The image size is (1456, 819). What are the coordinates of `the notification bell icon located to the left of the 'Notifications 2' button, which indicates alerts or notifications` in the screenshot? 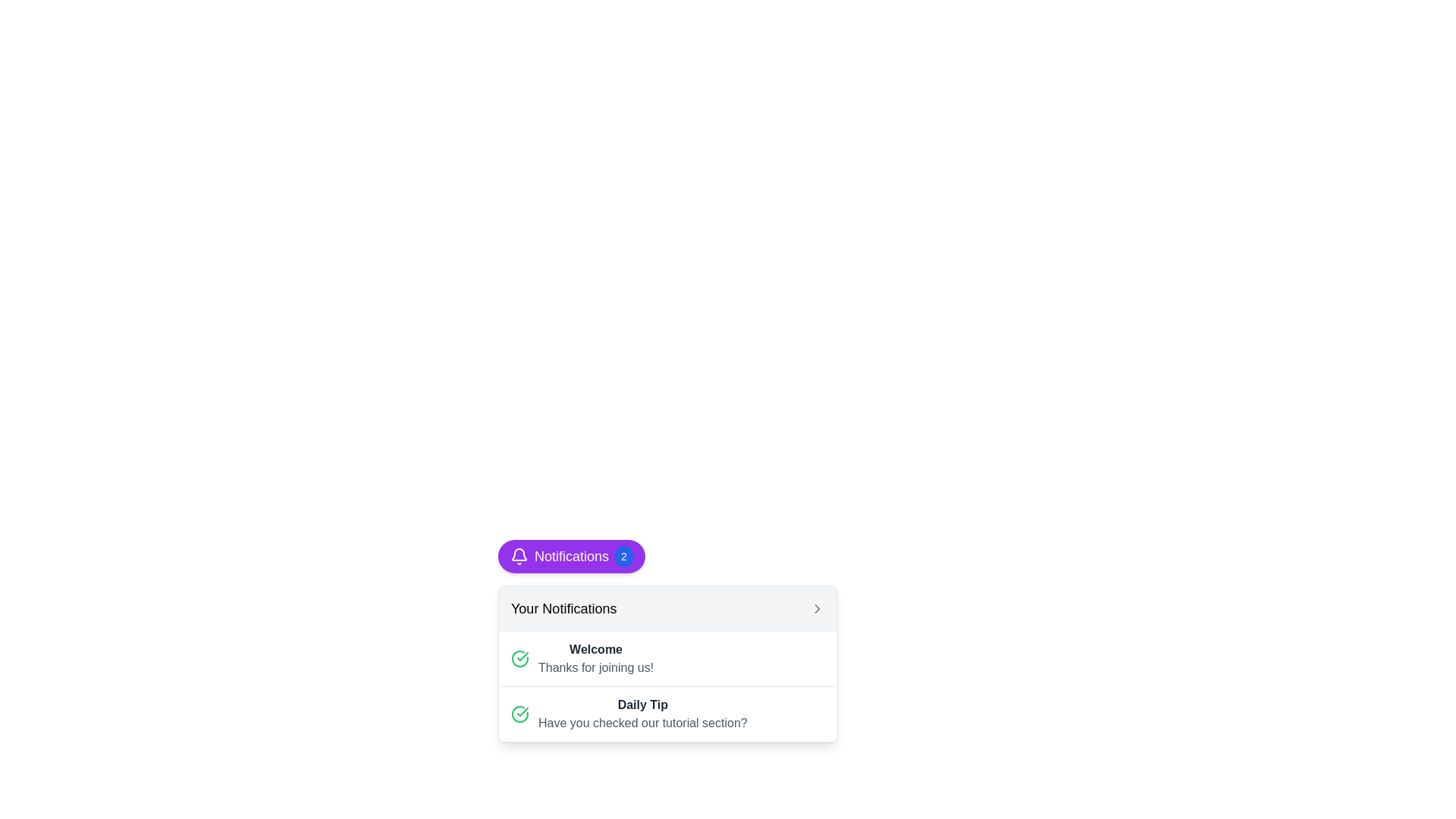 It's located at (519, 556).